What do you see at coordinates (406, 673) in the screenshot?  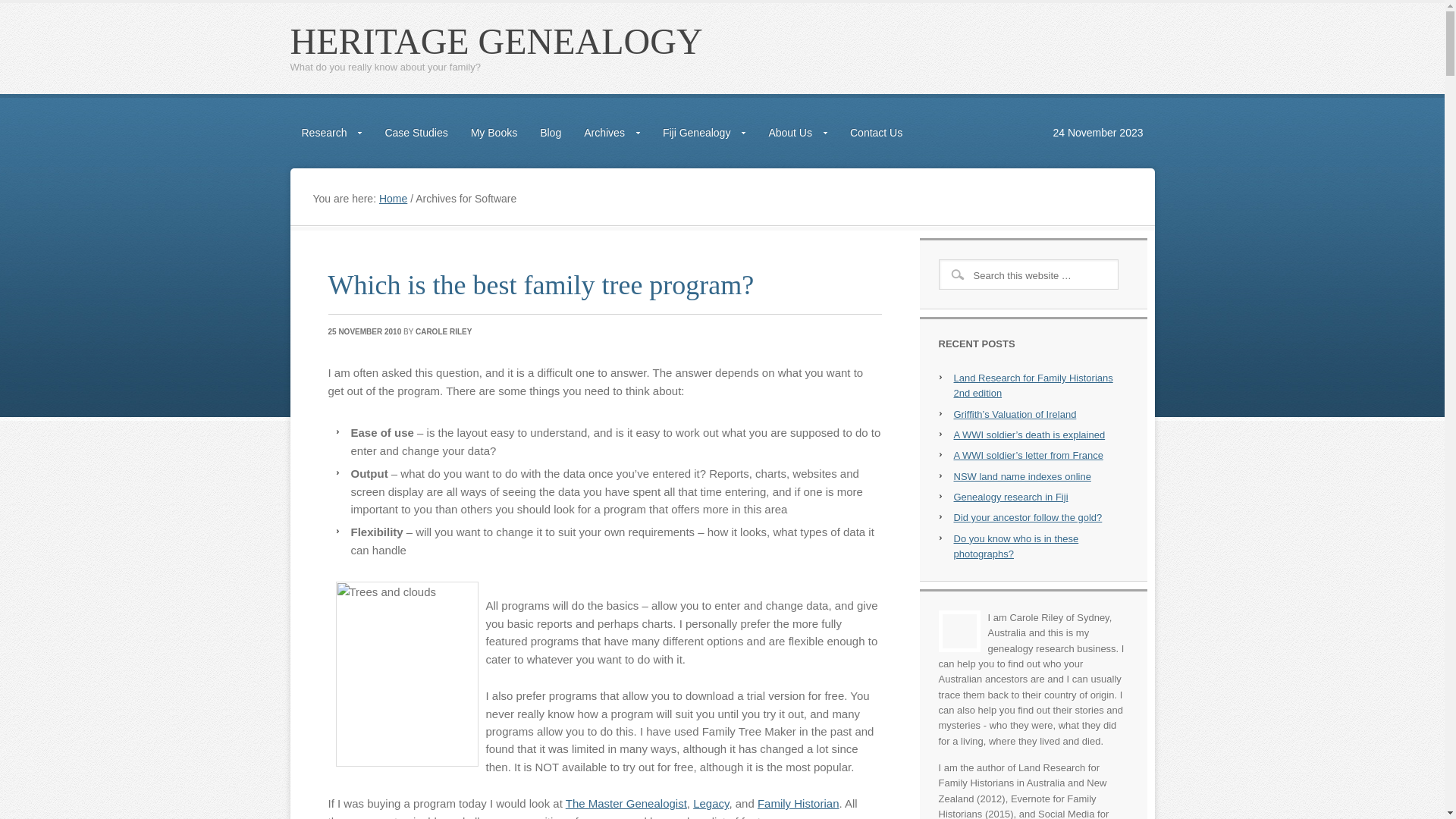 I see `'Trees and clouds'` at bounding box center [406, 673].